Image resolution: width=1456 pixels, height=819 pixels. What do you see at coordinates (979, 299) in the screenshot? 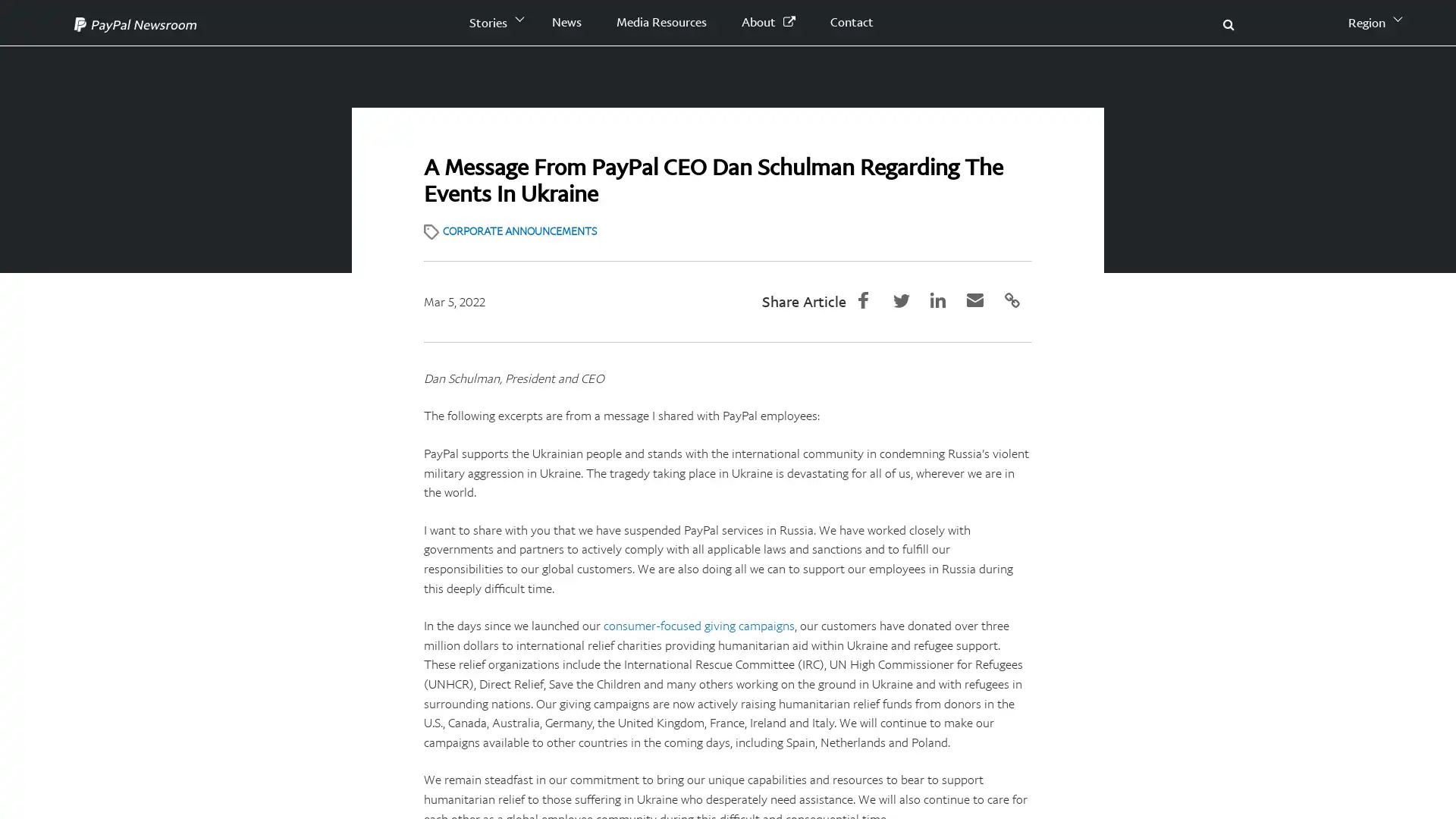
I see `Share to Email` at bounding box center [979, 299].